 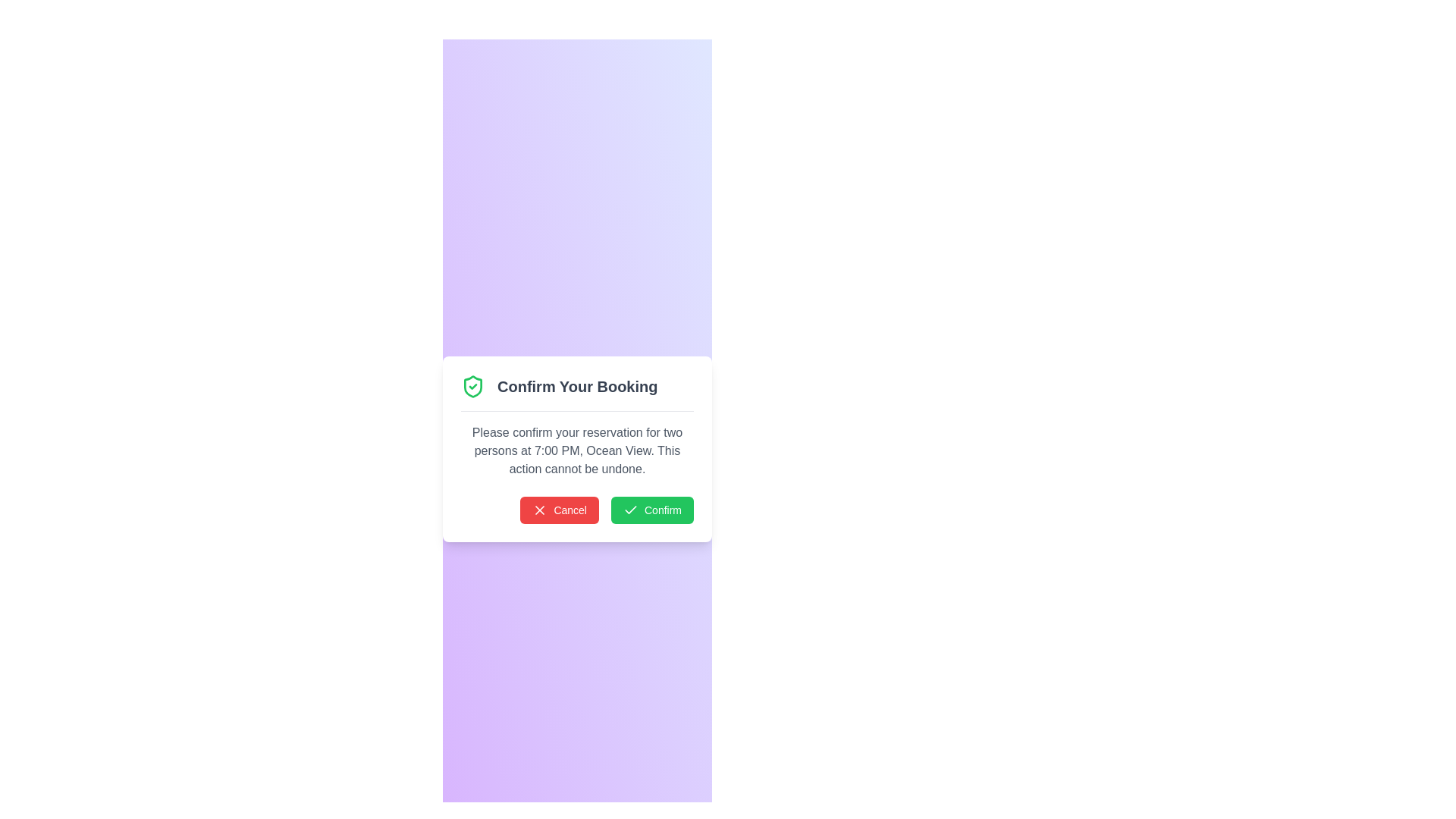 I want to click on the confirmation icon located at the left side of the 'Confirm Your Booking' section for visual confirmation of a positive action, so click(x=472, y=385).